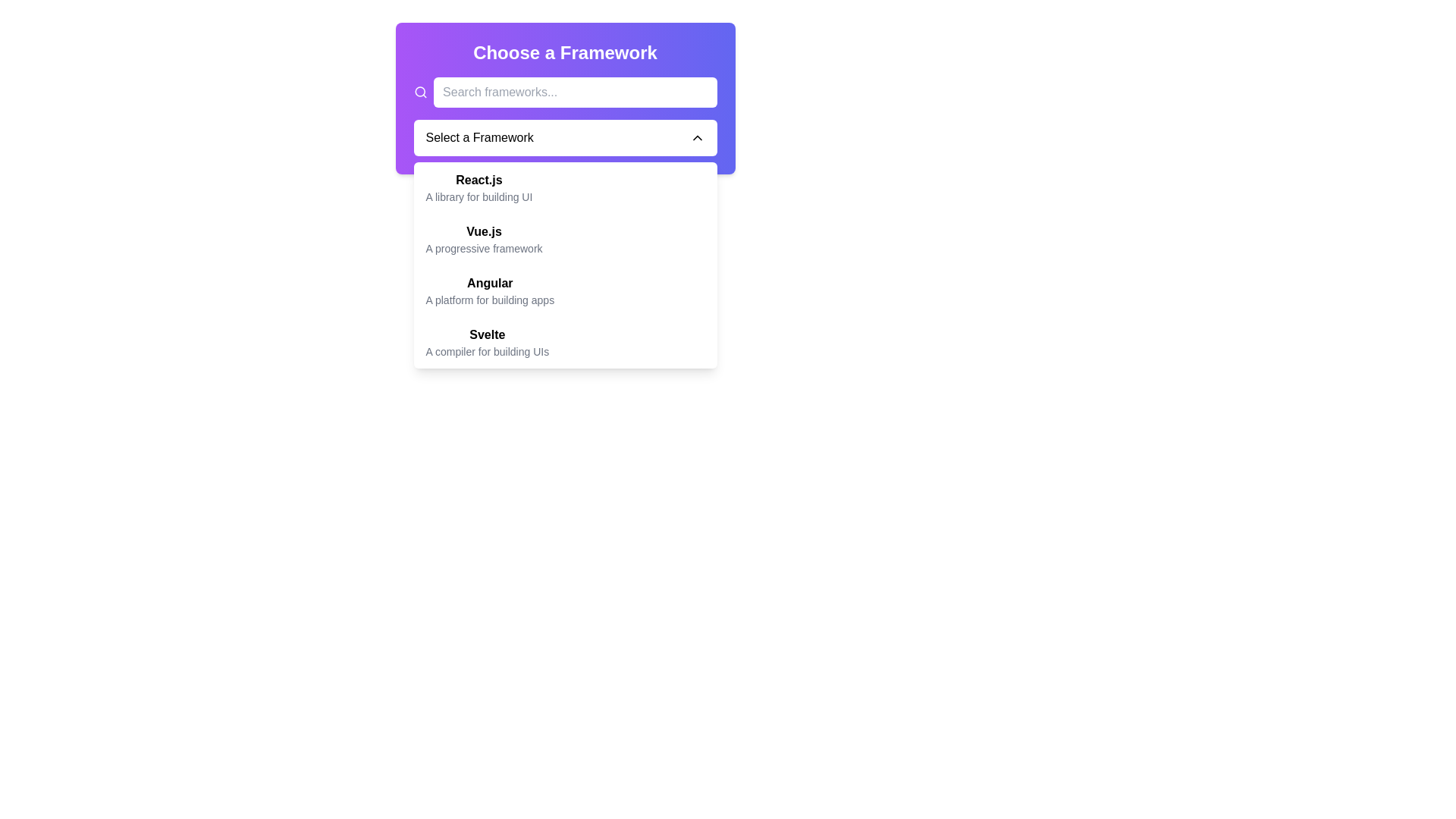  I want to click on the white rectangular dropdown menu labeled 'Select a Framework' with rounded corners, so click(564, 137).